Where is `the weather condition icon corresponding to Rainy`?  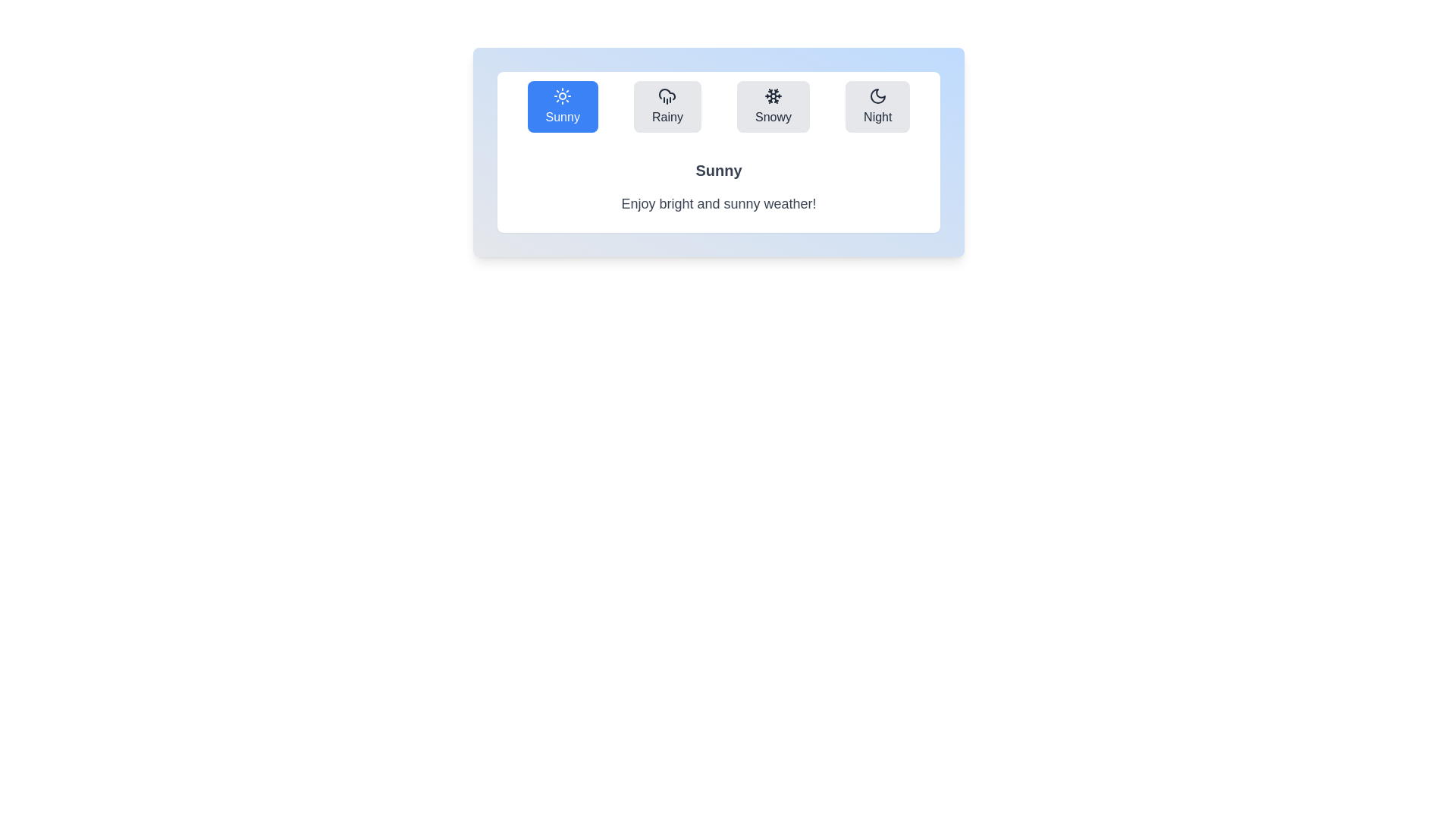
the weather condition icon corresponding to Rainy is located at coordinates (667, 106).